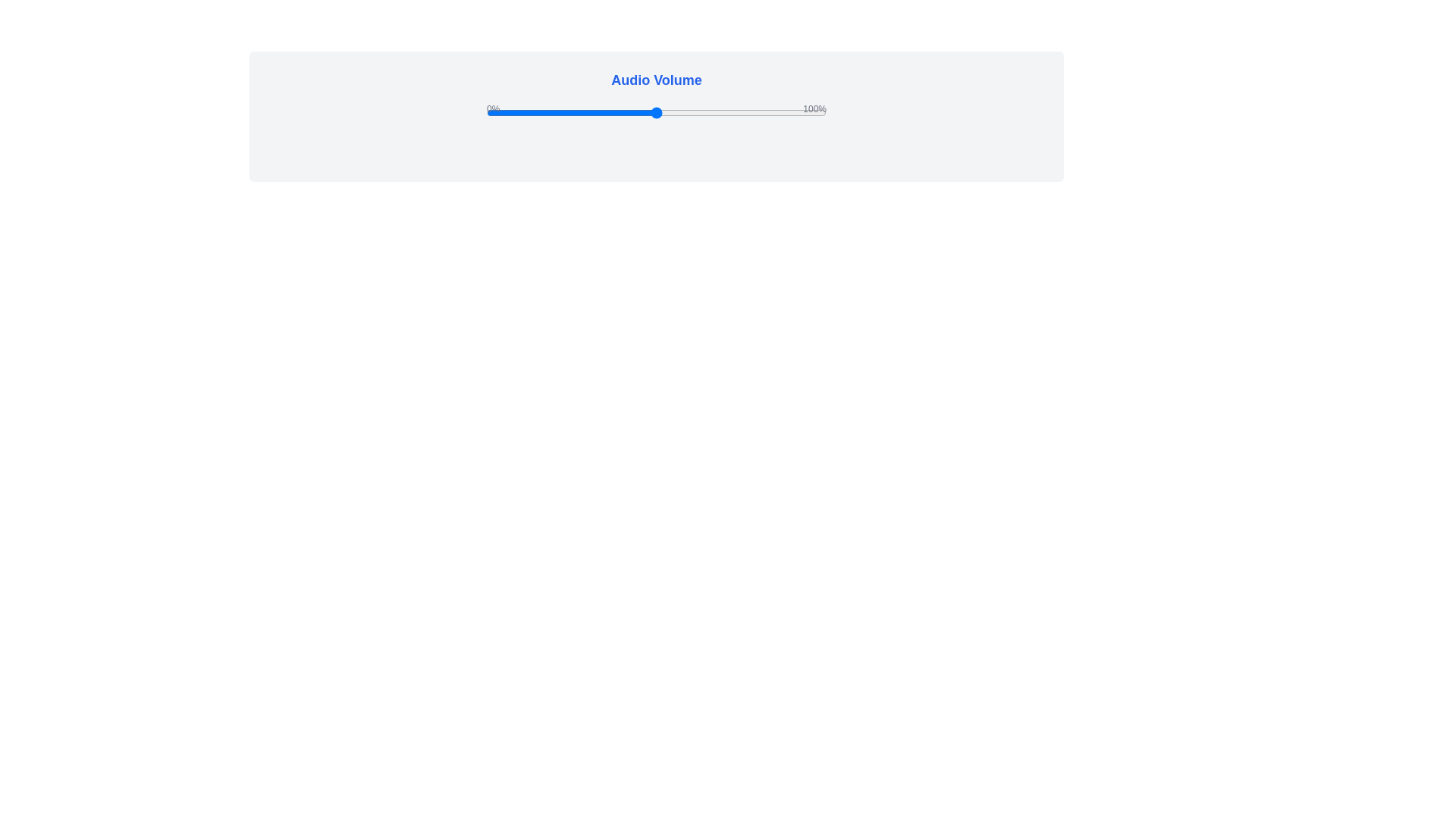  Describe the element at coordinates (714, 112) in the screenshot. I see `the audio volume` at that location.